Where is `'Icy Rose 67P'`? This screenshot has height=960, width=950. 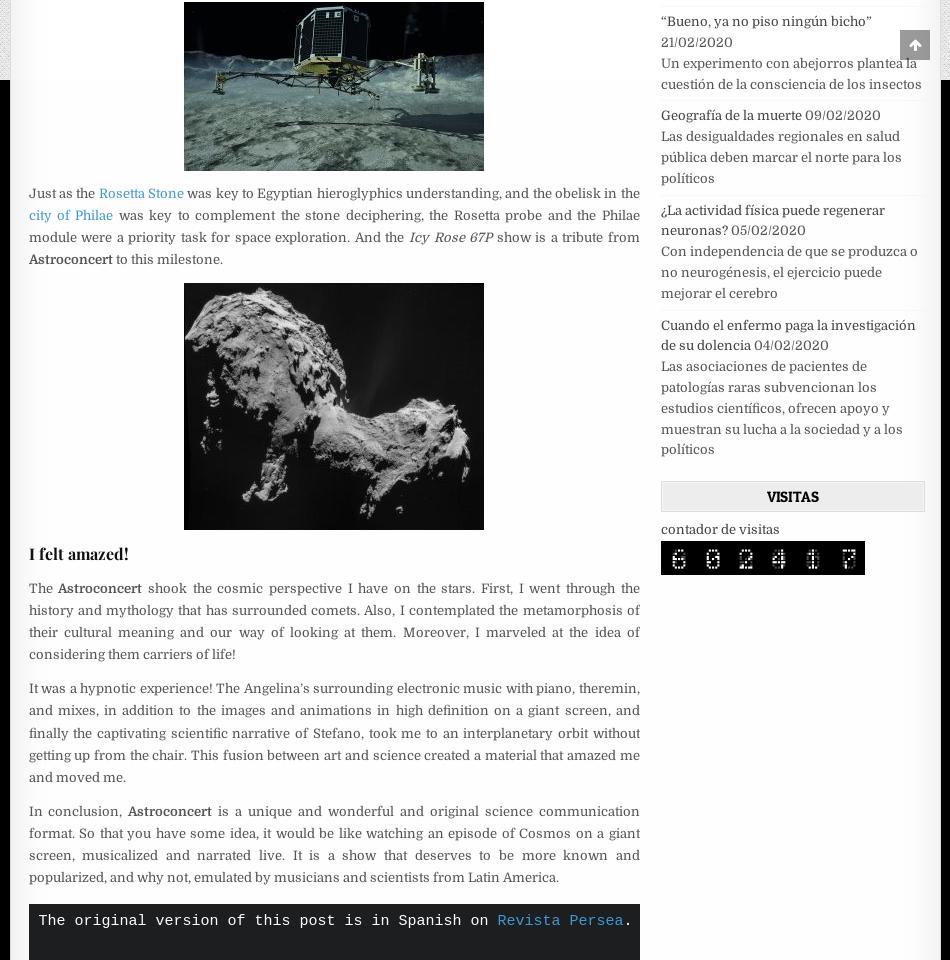
'Icy Rose 67P' is located at coordinates (449, 236).